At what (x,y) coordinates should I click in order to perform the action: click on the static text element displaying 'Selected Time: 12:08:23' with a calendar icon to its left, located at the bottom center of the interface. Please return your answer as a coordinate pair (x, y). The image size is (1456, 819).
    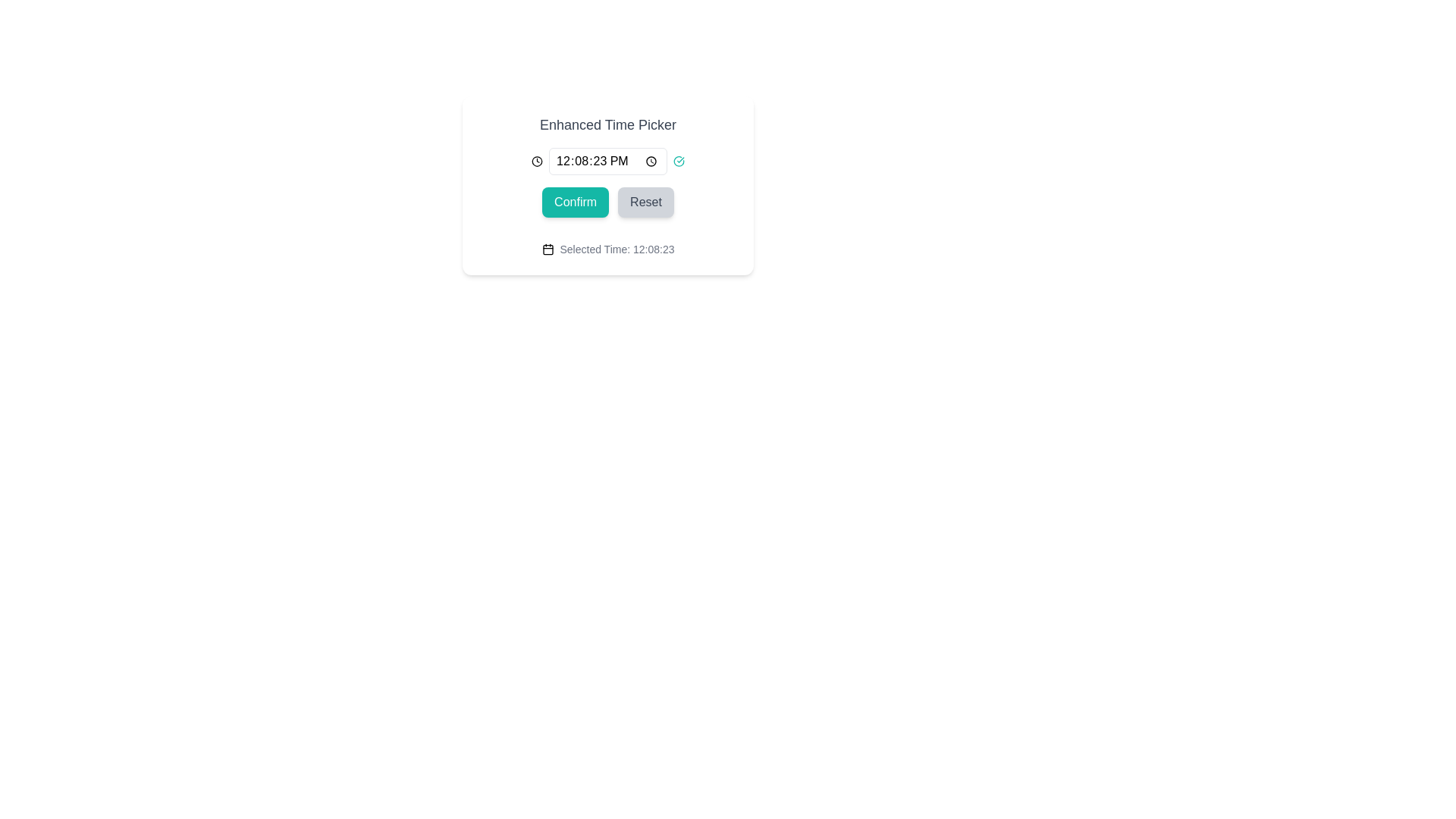
    Looking at the image, I should click on (607, 248).